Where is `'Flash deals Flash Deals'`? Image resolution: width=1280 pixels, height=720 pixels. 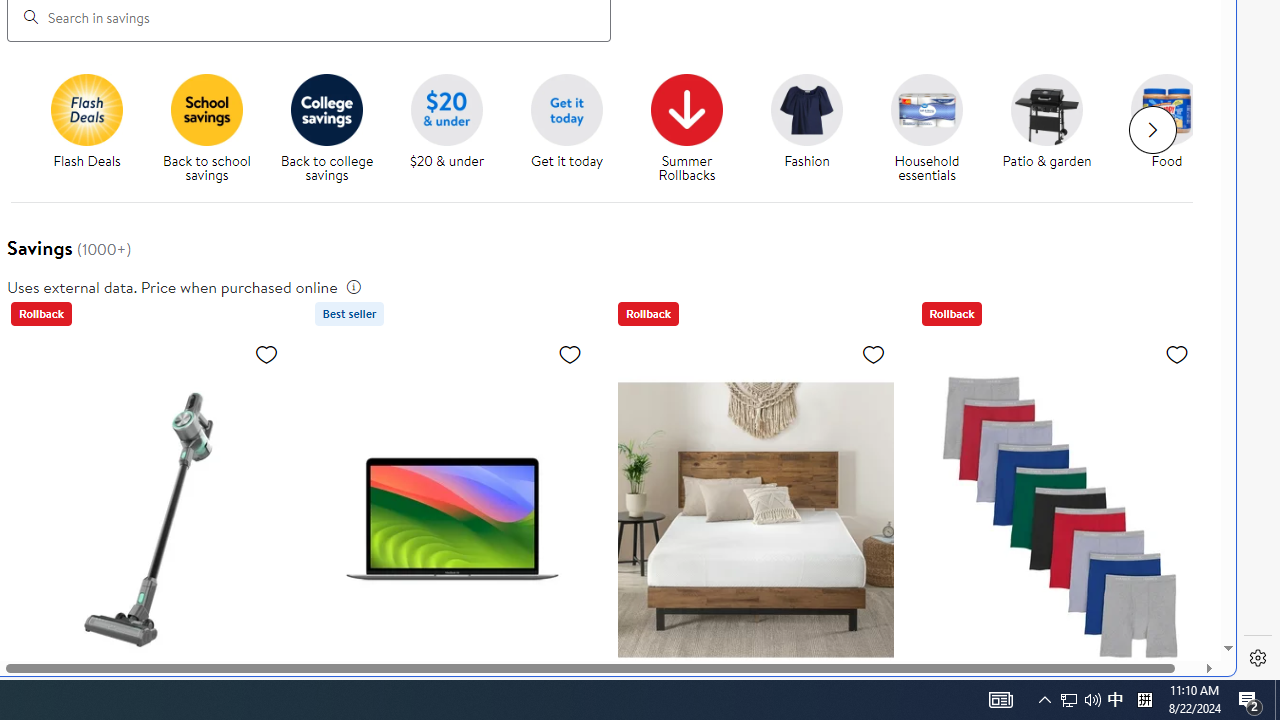
'Flash deals Flash Deals' is located at coordinates (86, 122).